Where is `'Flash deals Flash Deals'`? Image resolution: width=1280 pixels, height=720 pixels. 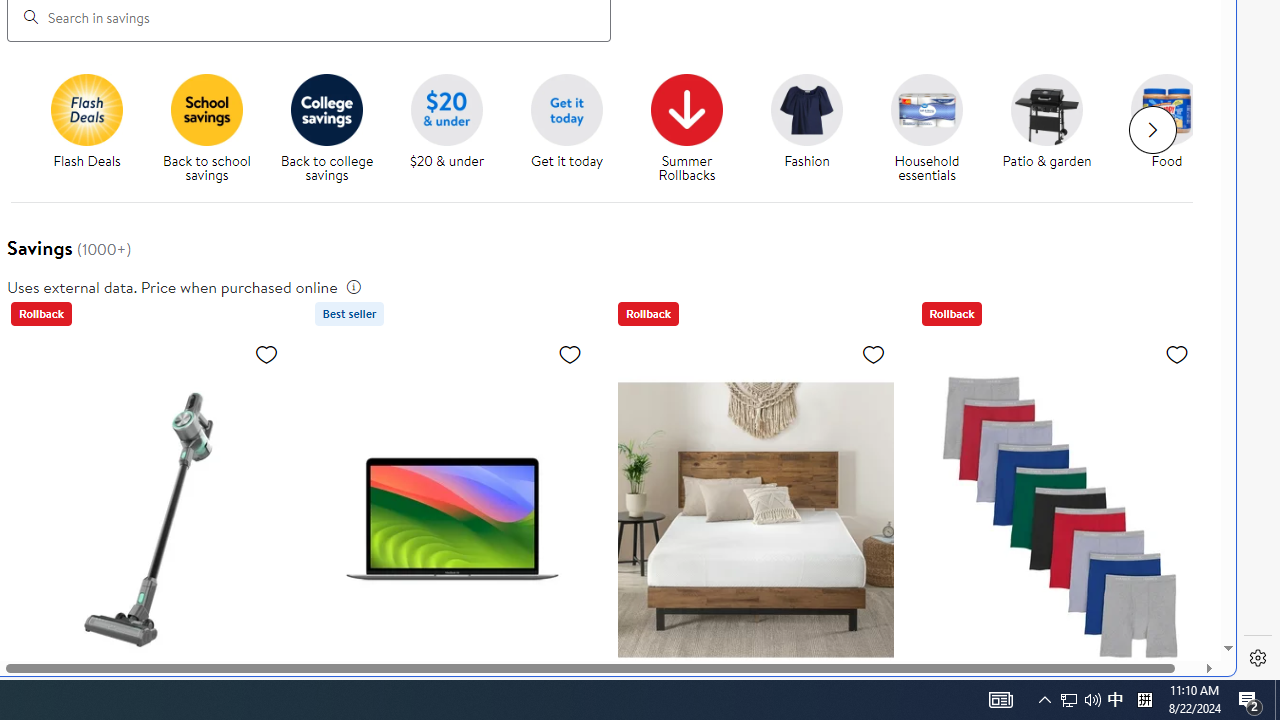
'Flash deals Flash Deals' is located at coordinates (86, 122).